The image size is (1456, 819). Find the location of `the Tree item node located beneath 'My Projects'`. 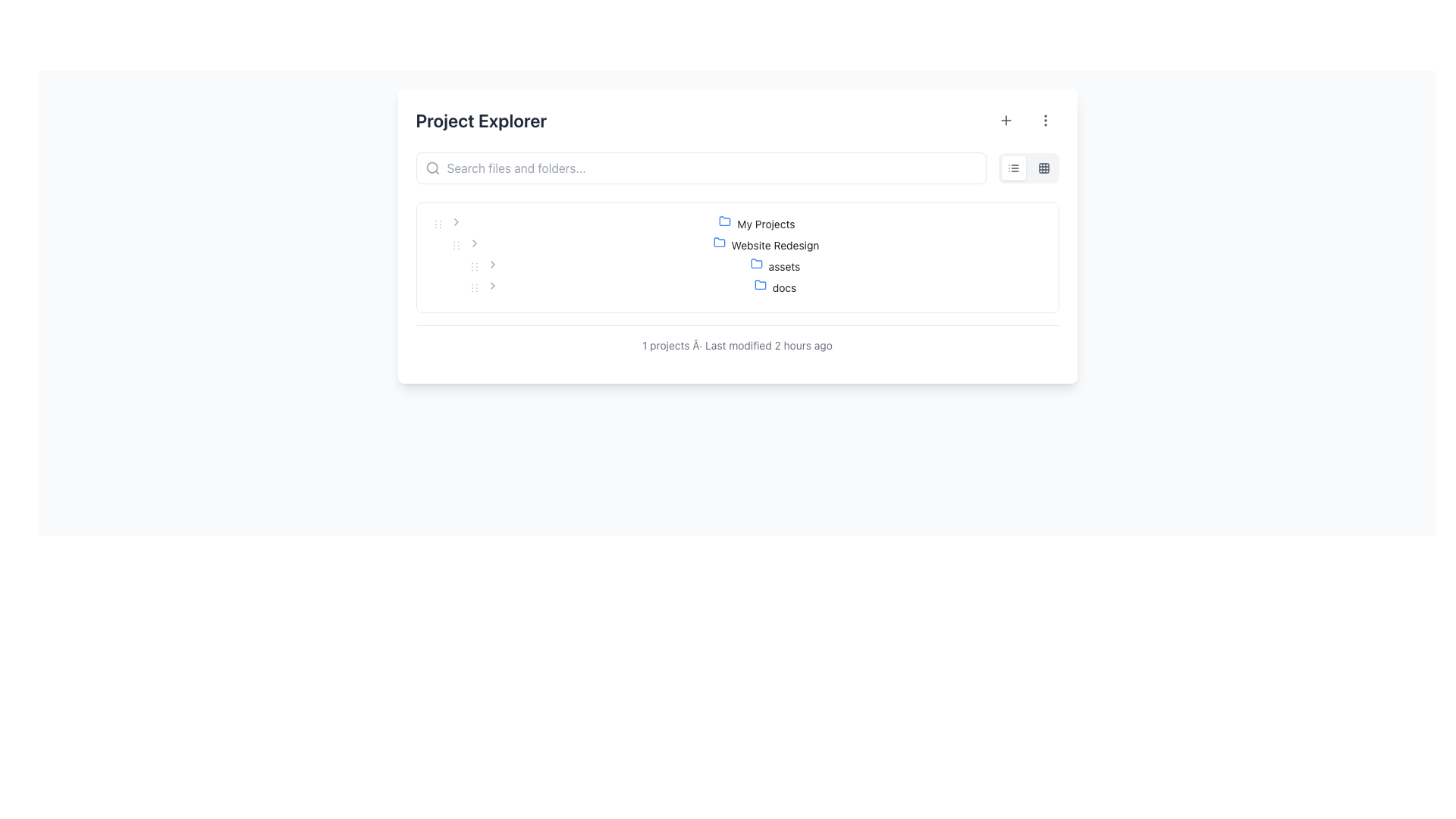

the Tree item node located beneath 'My Projects' is located at coordinates (766, 245).